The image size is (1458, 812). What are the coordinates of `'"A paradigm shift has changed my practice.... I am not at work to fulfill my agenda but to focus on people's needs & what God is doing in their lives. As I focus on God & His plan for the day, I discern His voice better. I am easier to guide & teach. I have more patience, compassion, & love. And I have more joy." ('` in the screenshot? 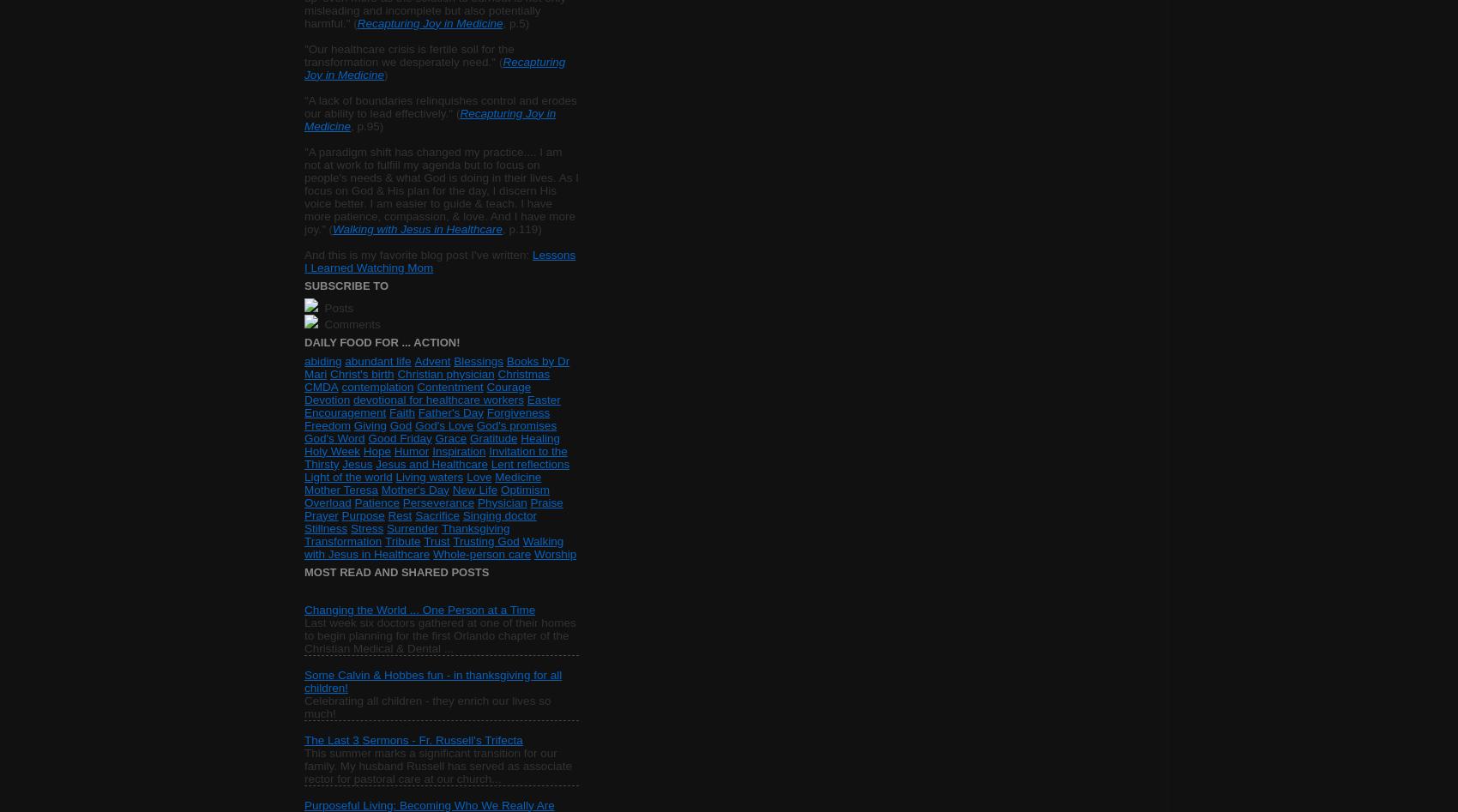 It's located at (303, 189).